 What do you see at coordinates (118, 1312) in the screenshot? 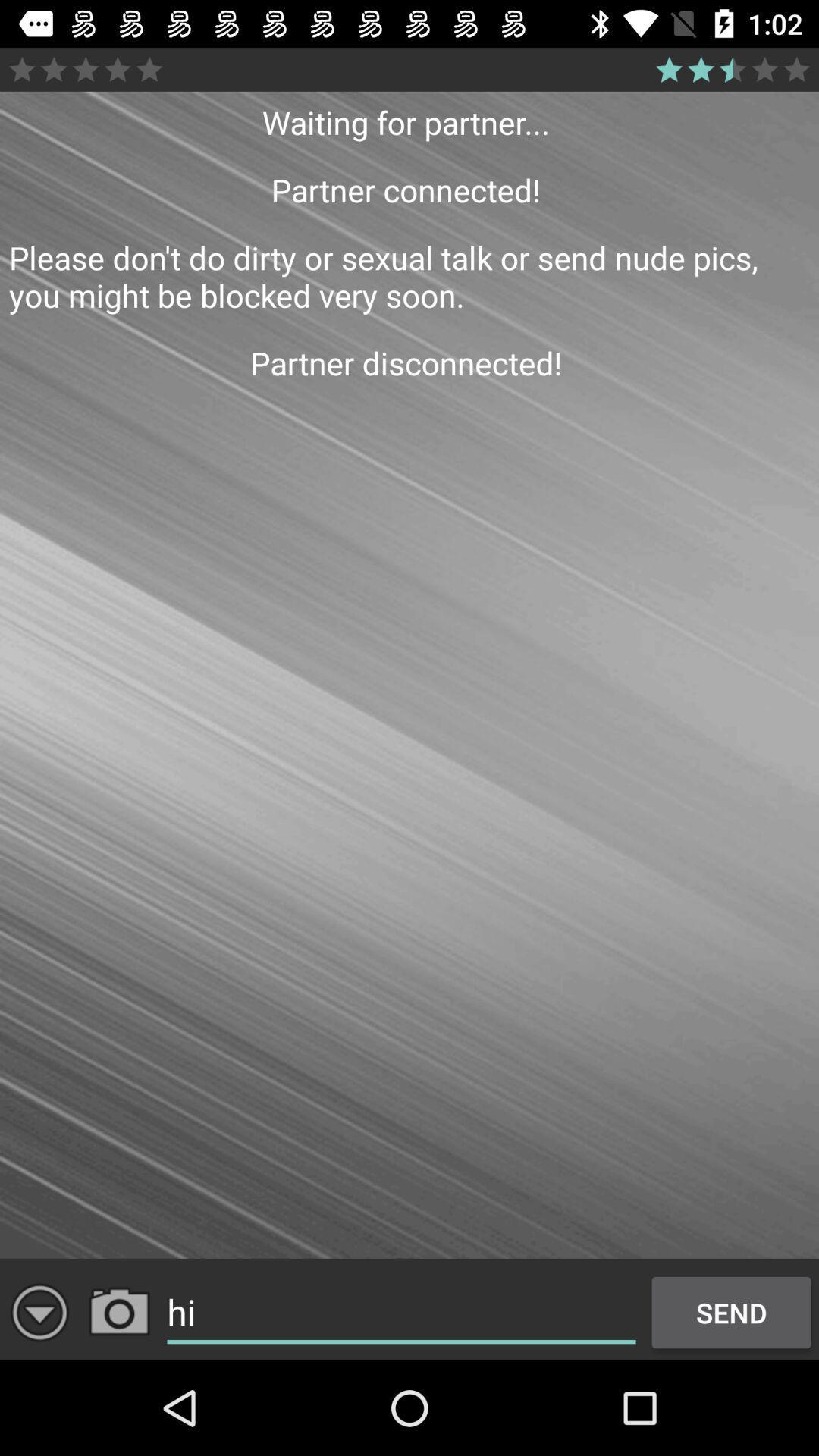
I see `camera` at bounding box center [118, 1312].